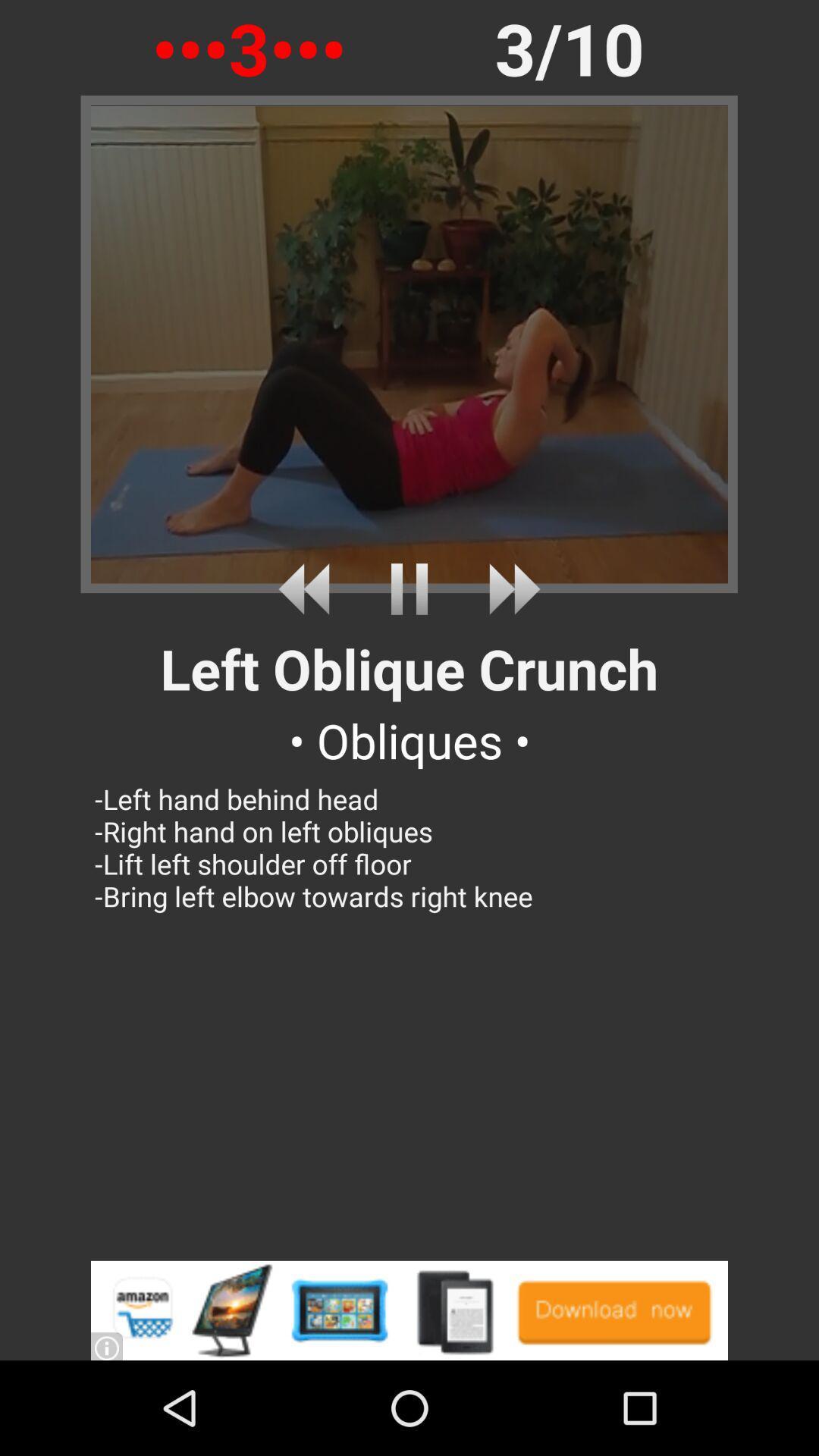 Image resolution: width=819 pixels, height=1456 pixels. Describe the element at coordinates (309, 588) in the screenshot. I see `rewind` at that location.